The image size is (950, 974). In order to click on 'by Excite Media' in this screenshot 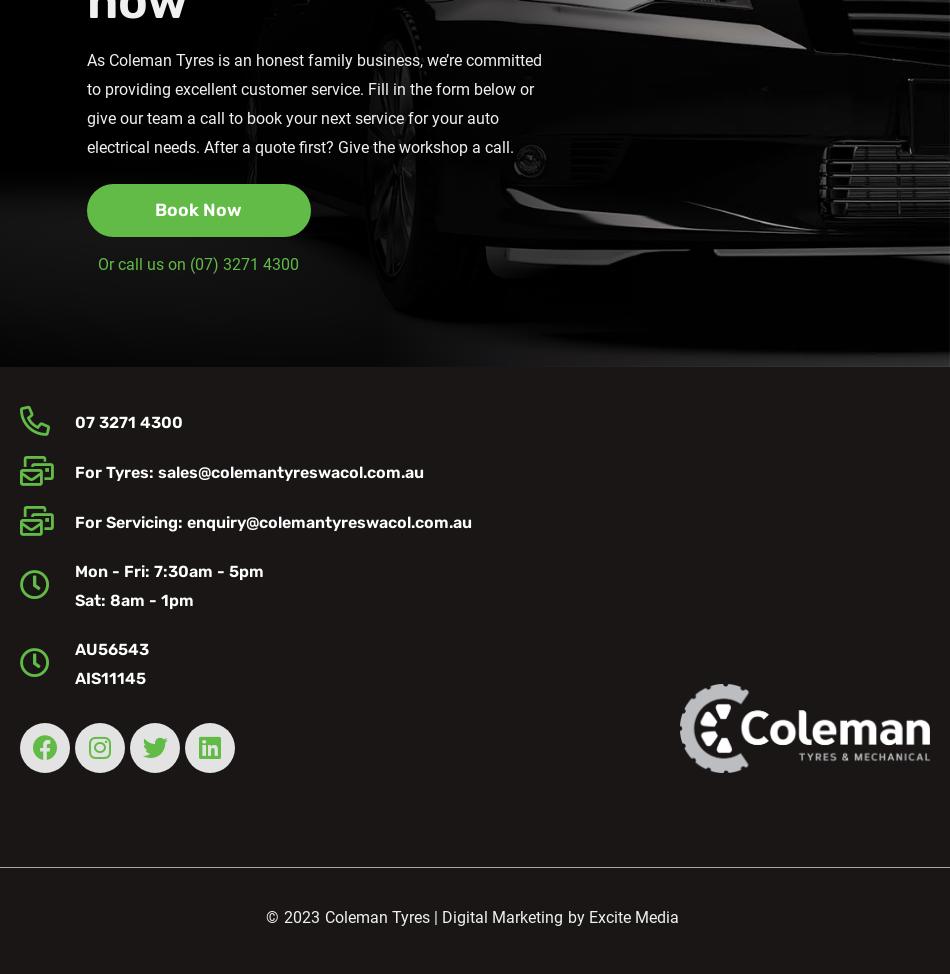, I will do `click(623, 916)`.